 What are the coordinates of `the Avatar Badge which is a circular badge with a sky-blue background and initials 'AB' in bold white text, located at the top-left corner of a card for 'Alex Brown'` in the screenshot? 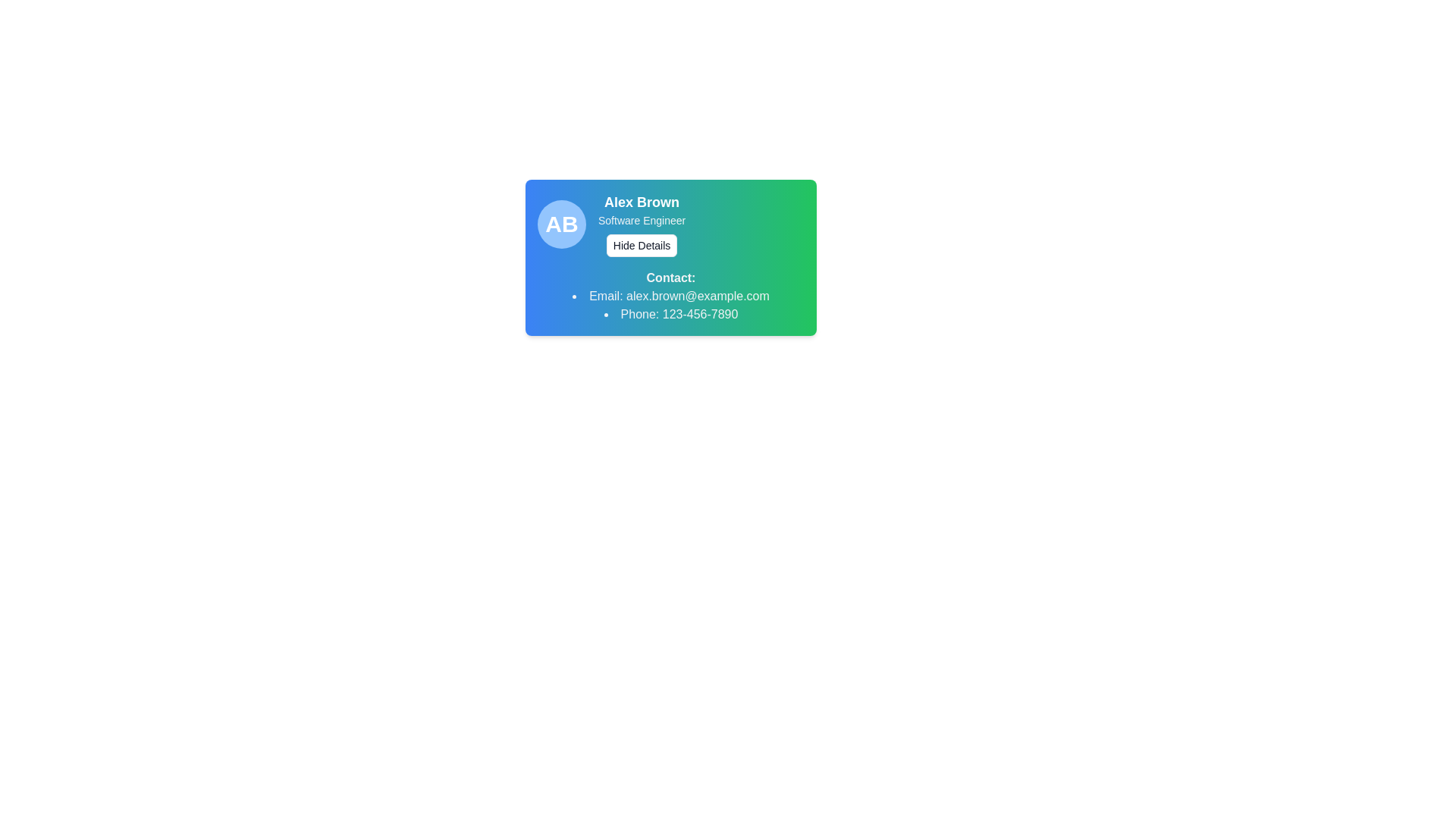 It's located at (560, 224).